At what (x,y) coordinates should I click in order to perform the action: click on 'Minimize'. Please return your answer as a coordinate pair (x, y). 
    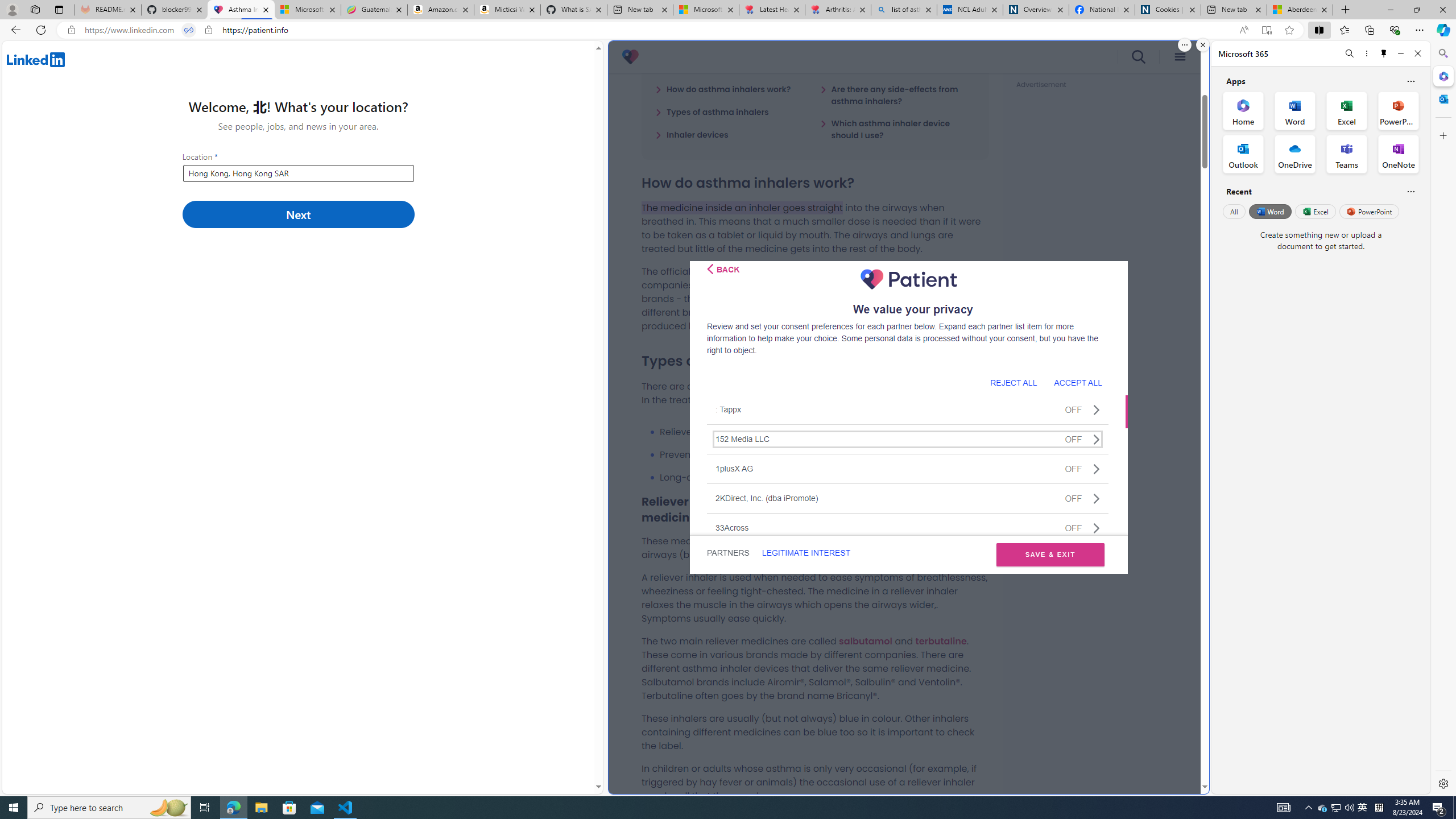
    Looking at the image, I should click on (1401, 53).